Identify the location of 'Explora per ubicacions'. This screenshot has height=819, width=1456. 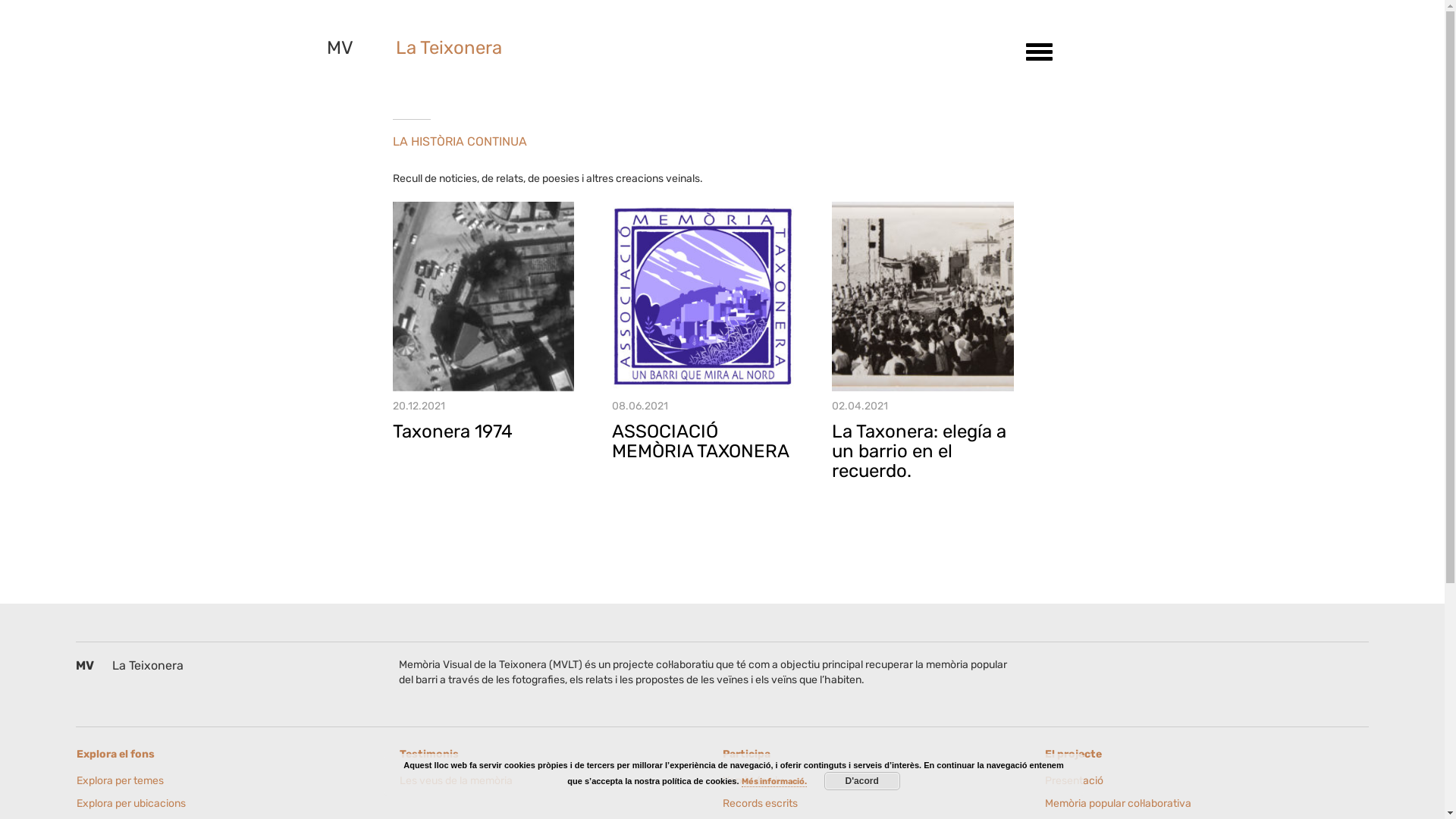
(75, 803).